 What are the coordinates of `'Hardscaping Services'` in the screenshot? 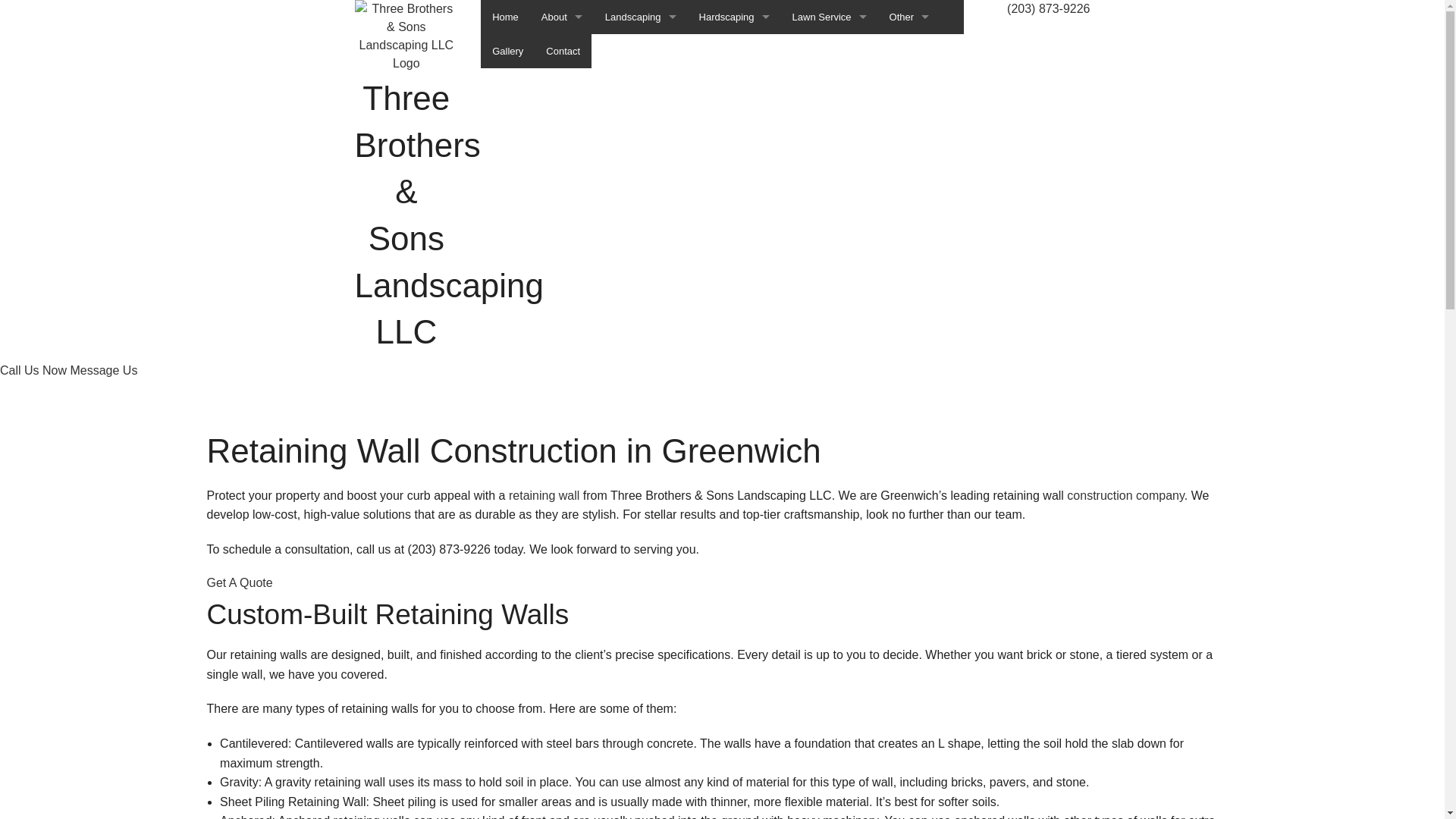 It's located at (734, 50).